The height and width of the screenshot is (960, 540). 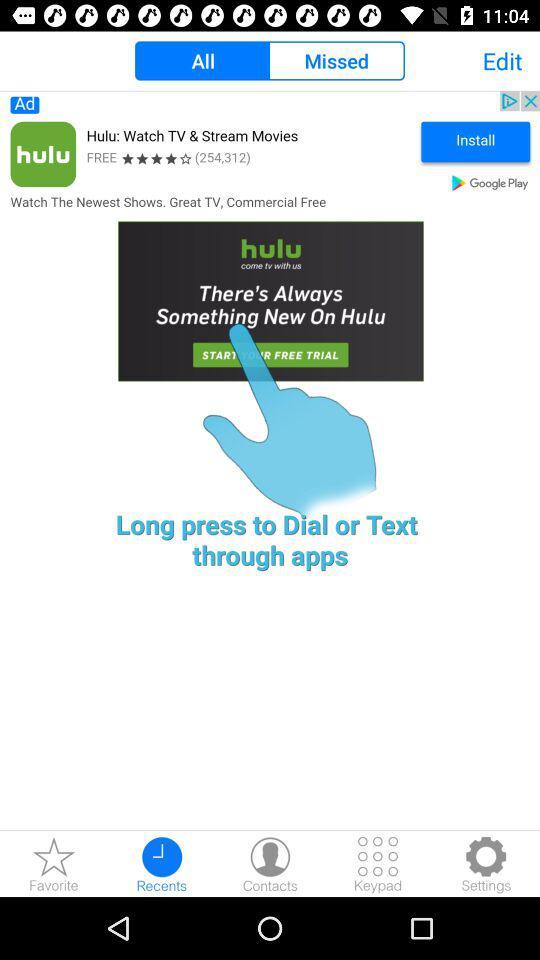 What do you see at coordinates (270, 863) in the screenshot?
I see `contacts detail` at bounding box center [270, 863].